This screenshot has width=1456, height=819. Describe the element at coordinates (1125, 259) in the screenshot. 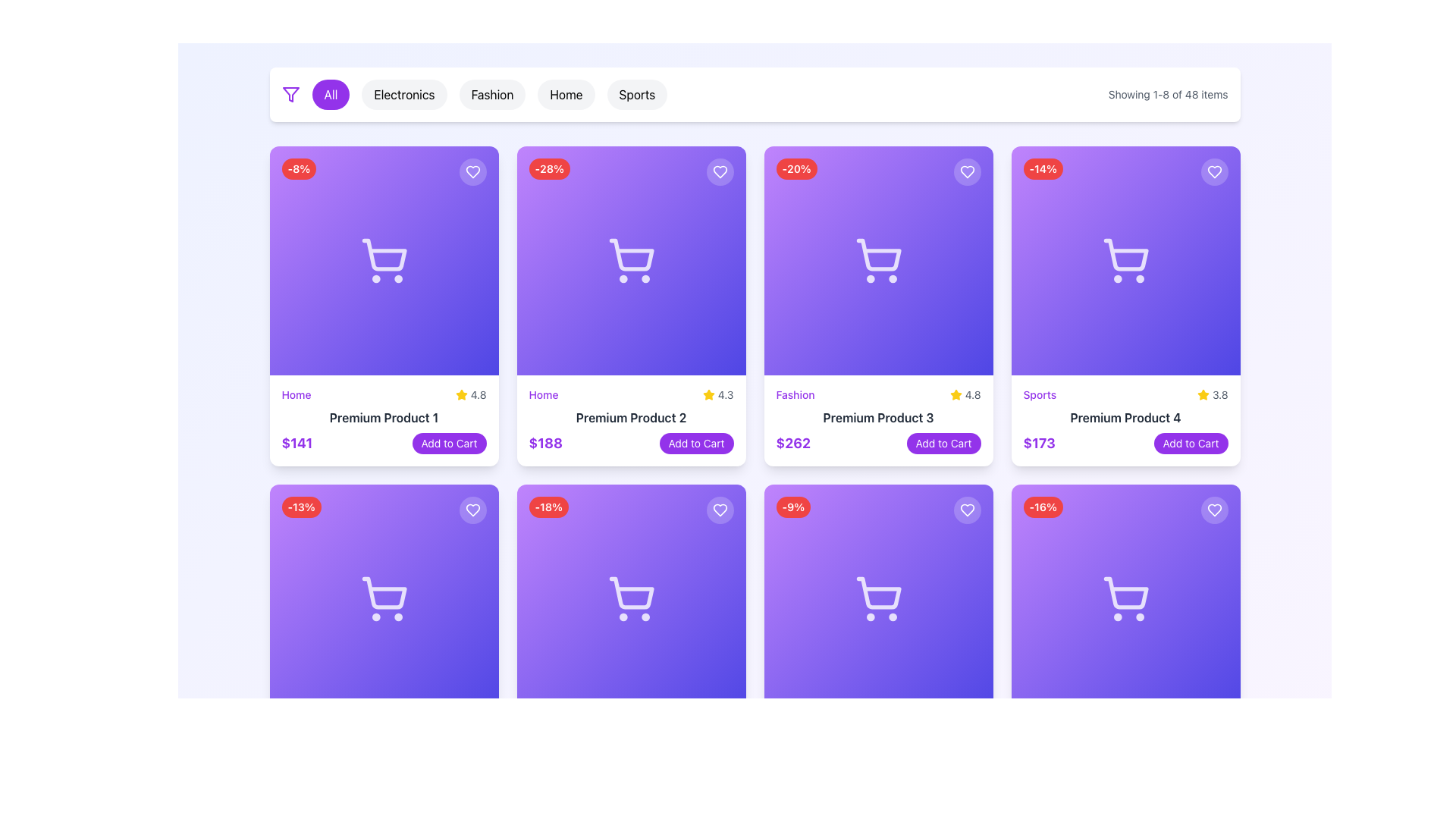

I see `the product display card for 'Premium Product 4', located in the top-right corner of the grid layout` at that location.